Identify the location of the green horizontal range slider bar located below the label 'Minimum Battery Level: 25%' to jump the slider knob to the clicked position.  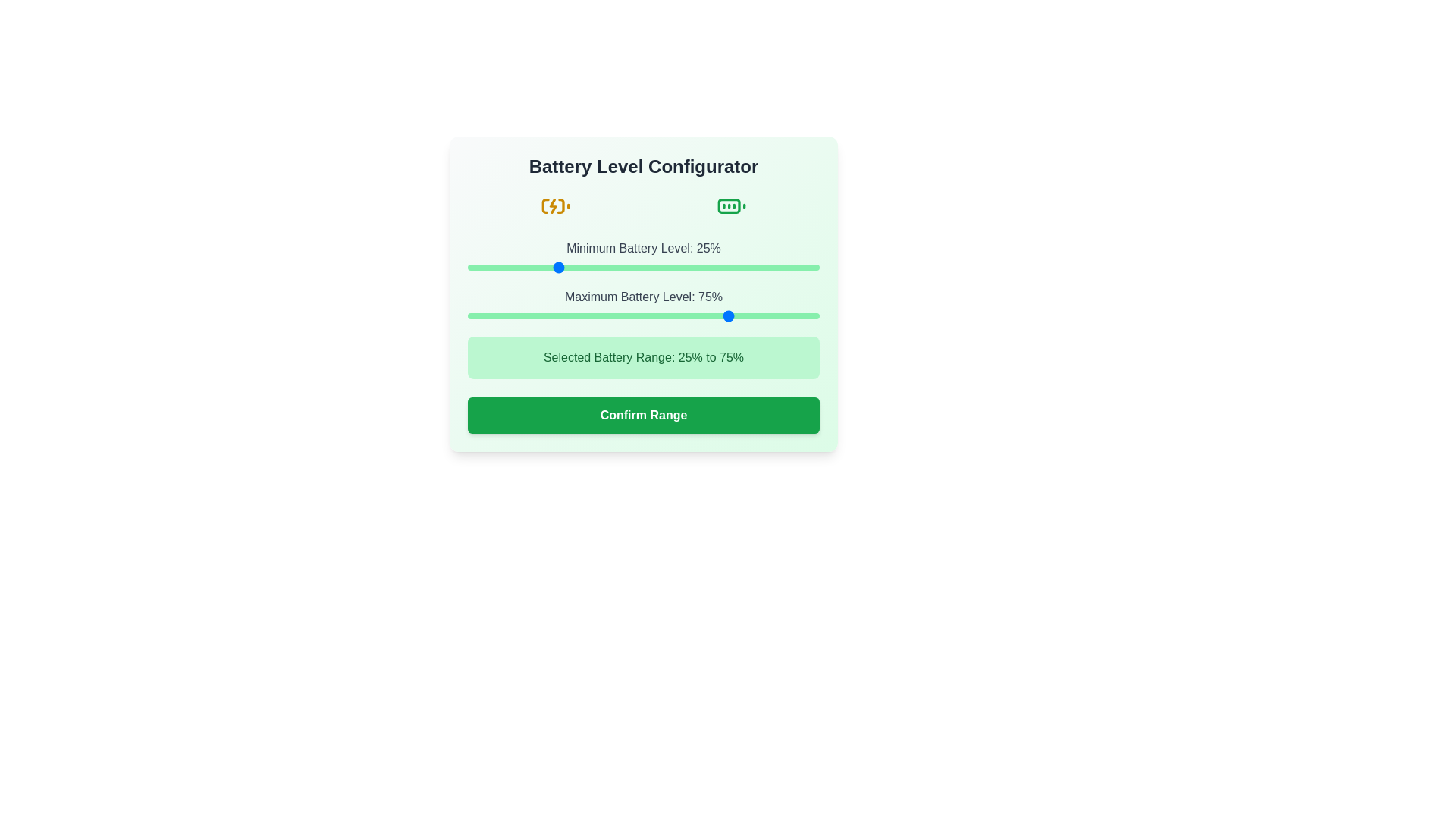
(644, 267).